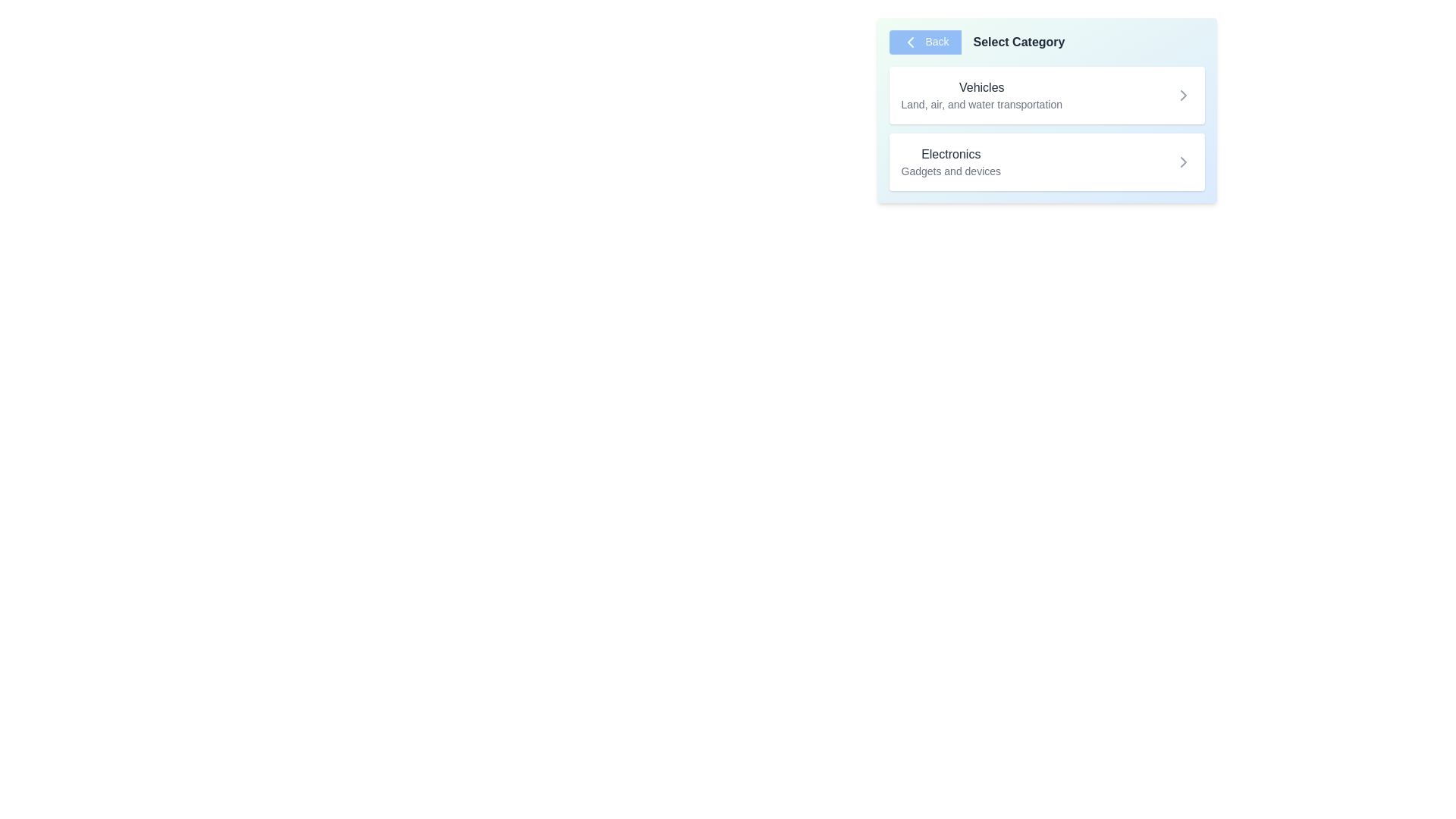 The height and width of the screenshot is (819, 1456). Describe the element at coordinates (1046, 42) in the screenshot. I see `title in the navigation header to understand the current section indicated by the 'Select Category' label` at that location.